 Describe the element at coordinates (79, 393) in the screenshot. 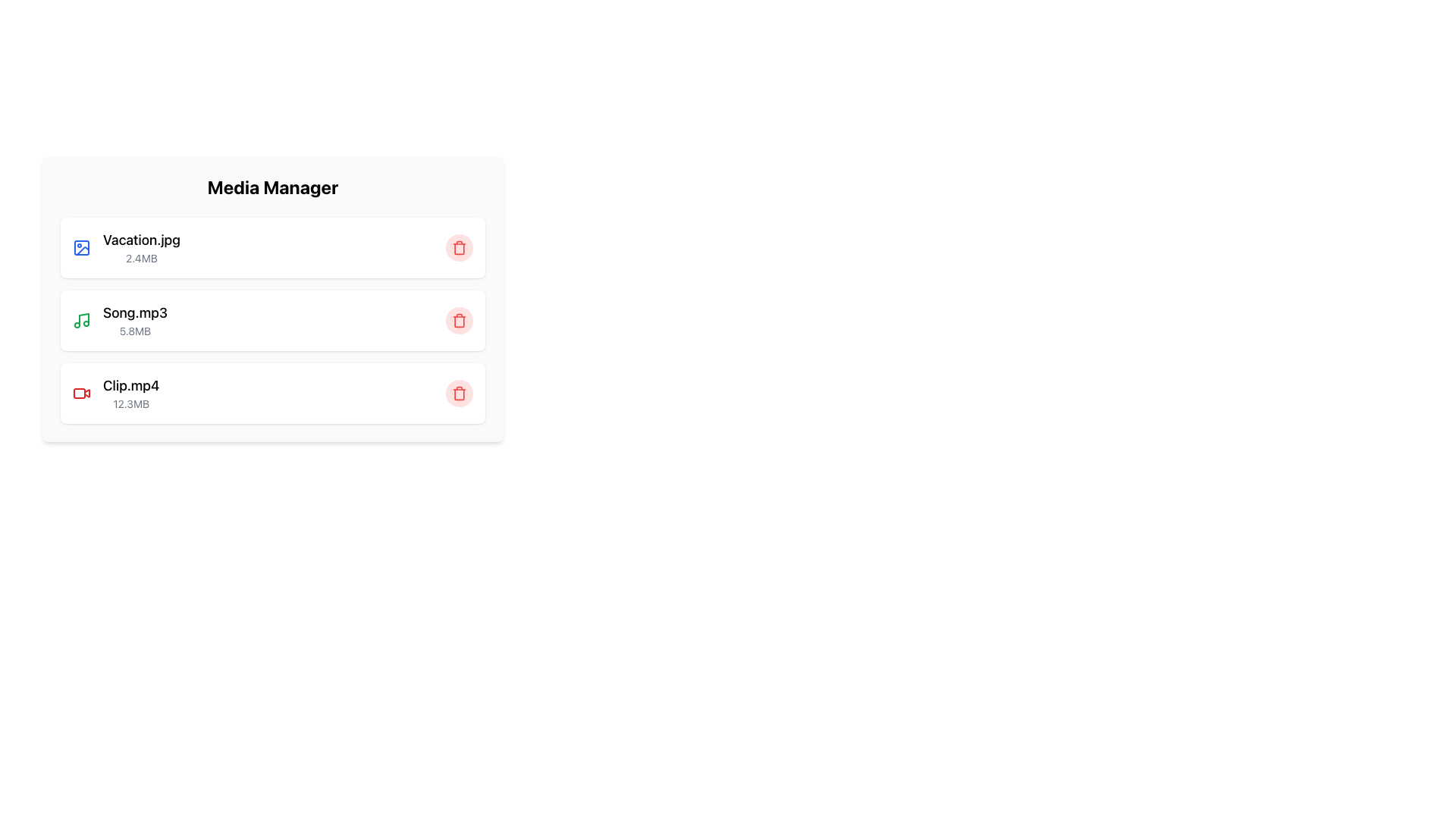

I see `the delete button located in the bottom right corner of the 'Clip.mp4' entry within the 'Media Manager' pane` at that location.